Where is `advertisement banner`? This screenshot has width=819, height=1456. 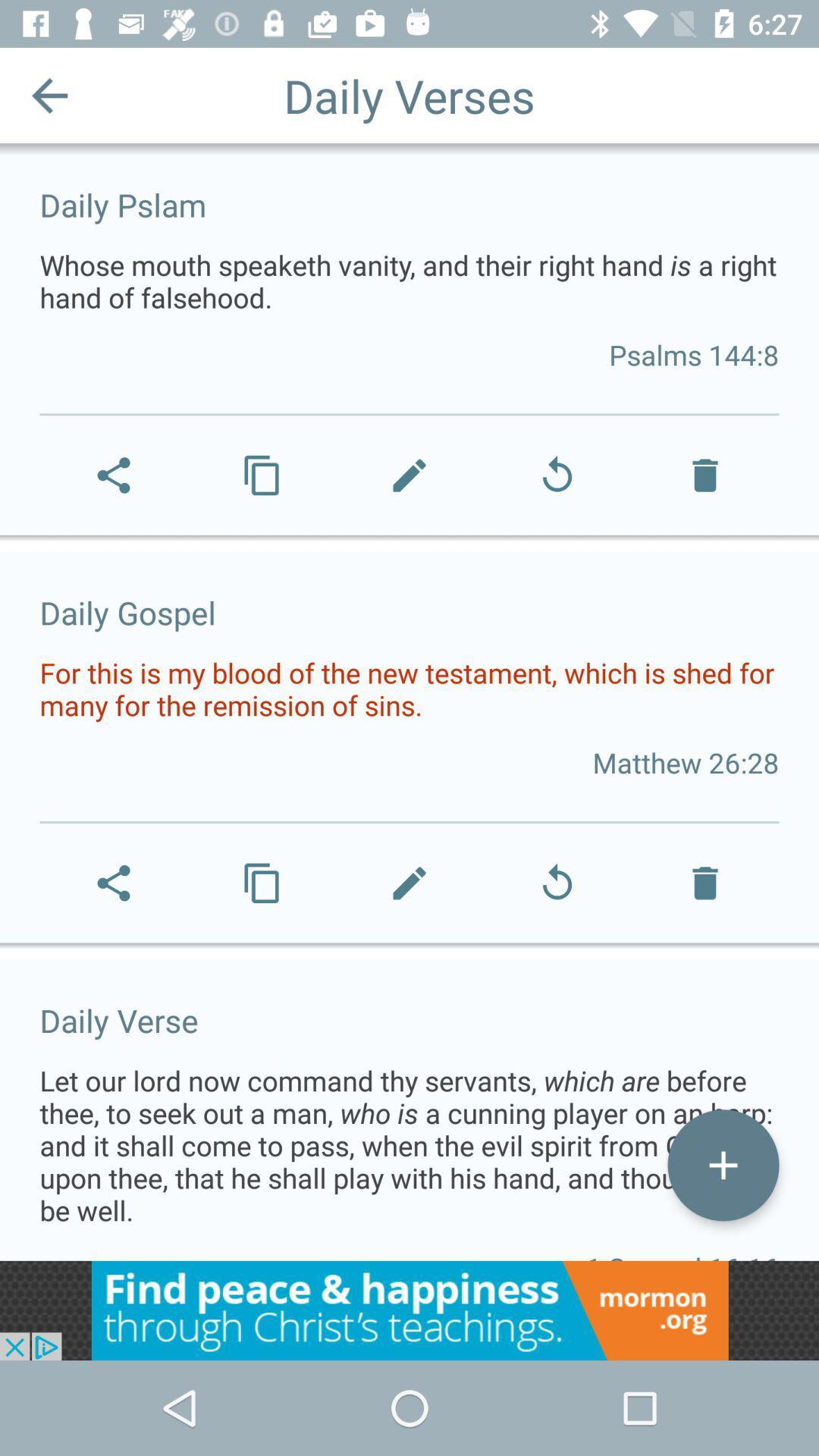
advertisement banner is located at coordinates (409, 1310).